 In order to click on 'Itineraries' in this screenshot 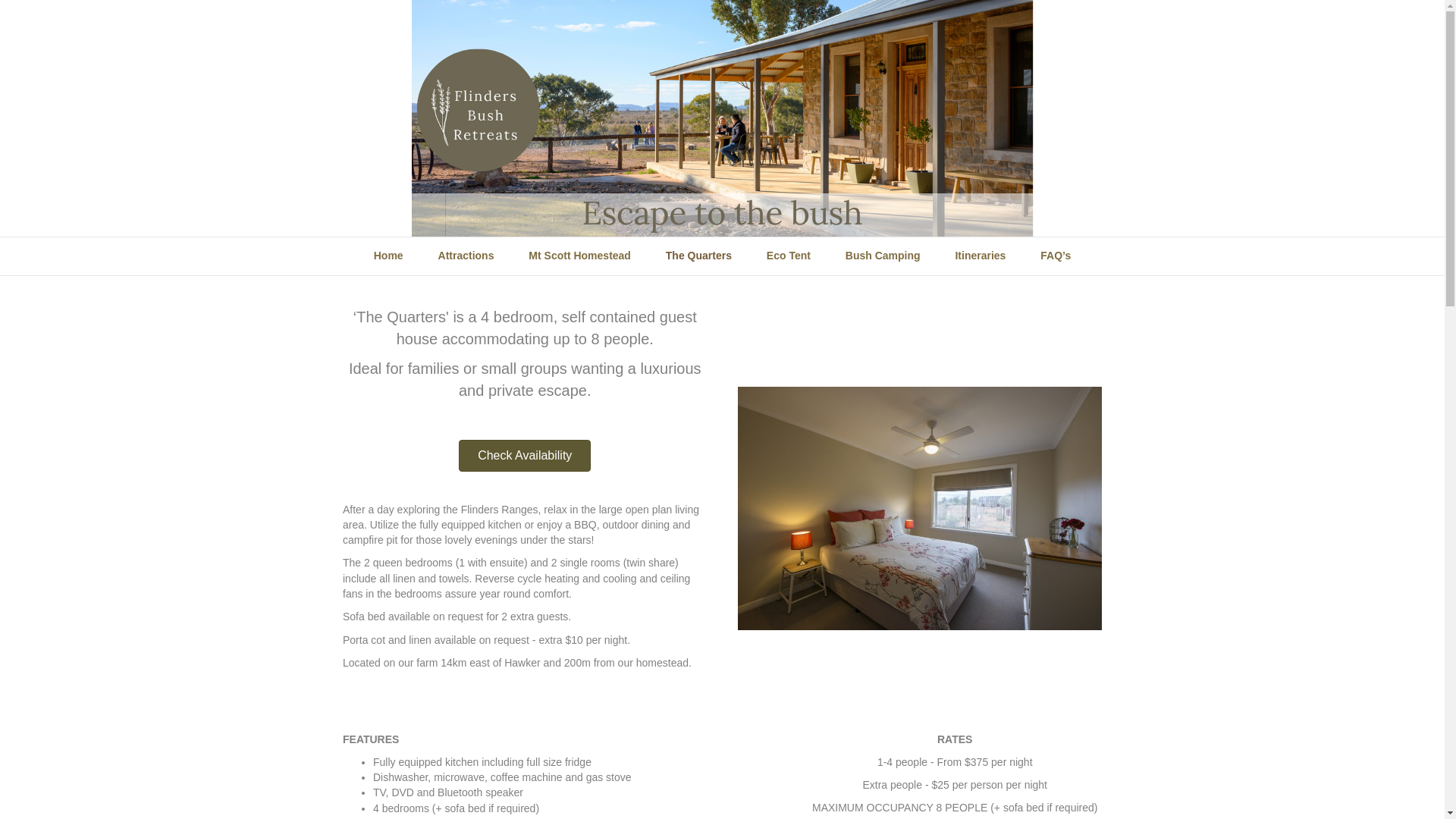, I will do `click(980, 256)`.